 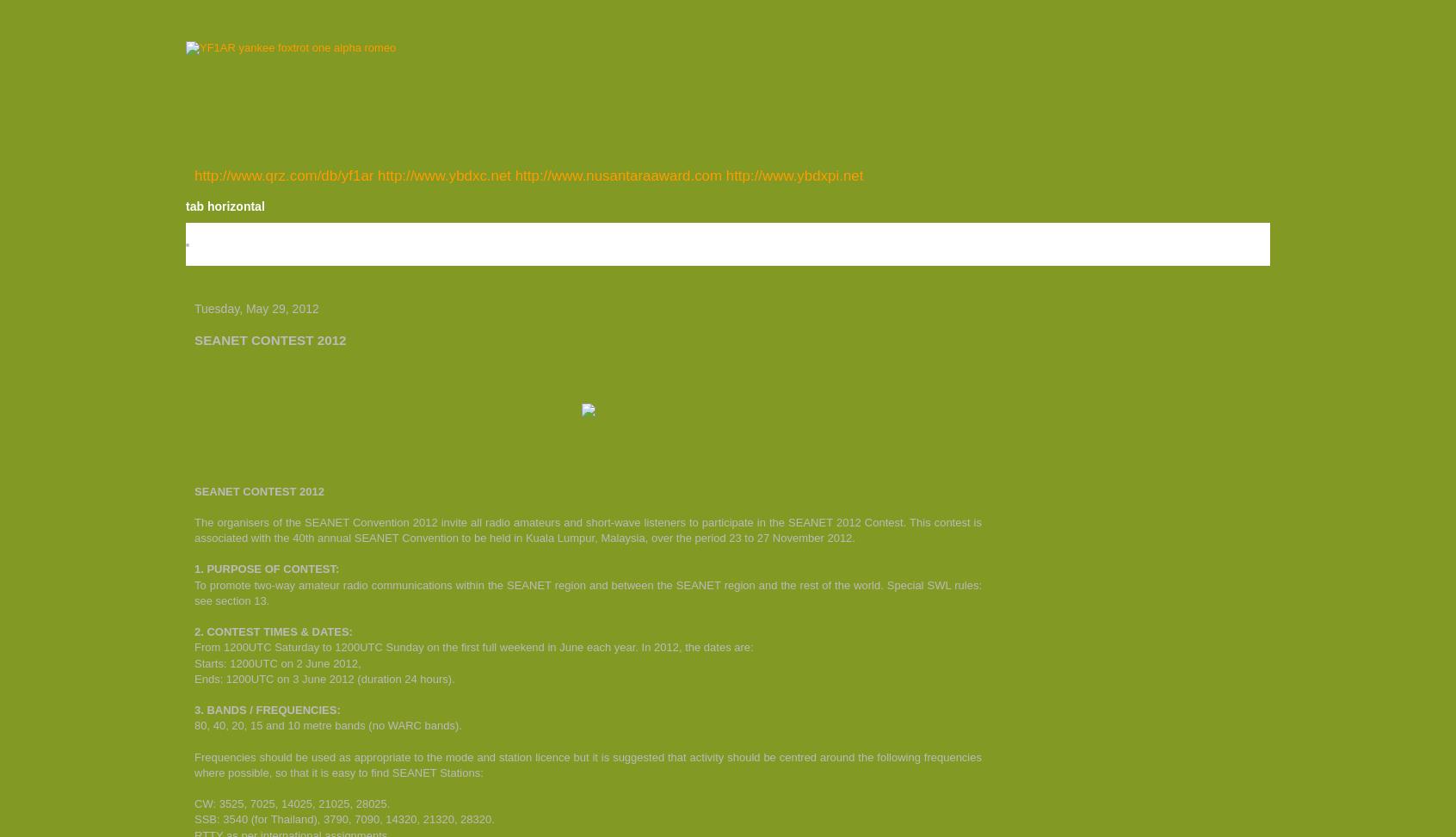 What do you see at coordinates (276, 662) in the screenshot?
I see `'Starts: 1200UTC on 2 June 2012,'` at bounding box center [276, 662].